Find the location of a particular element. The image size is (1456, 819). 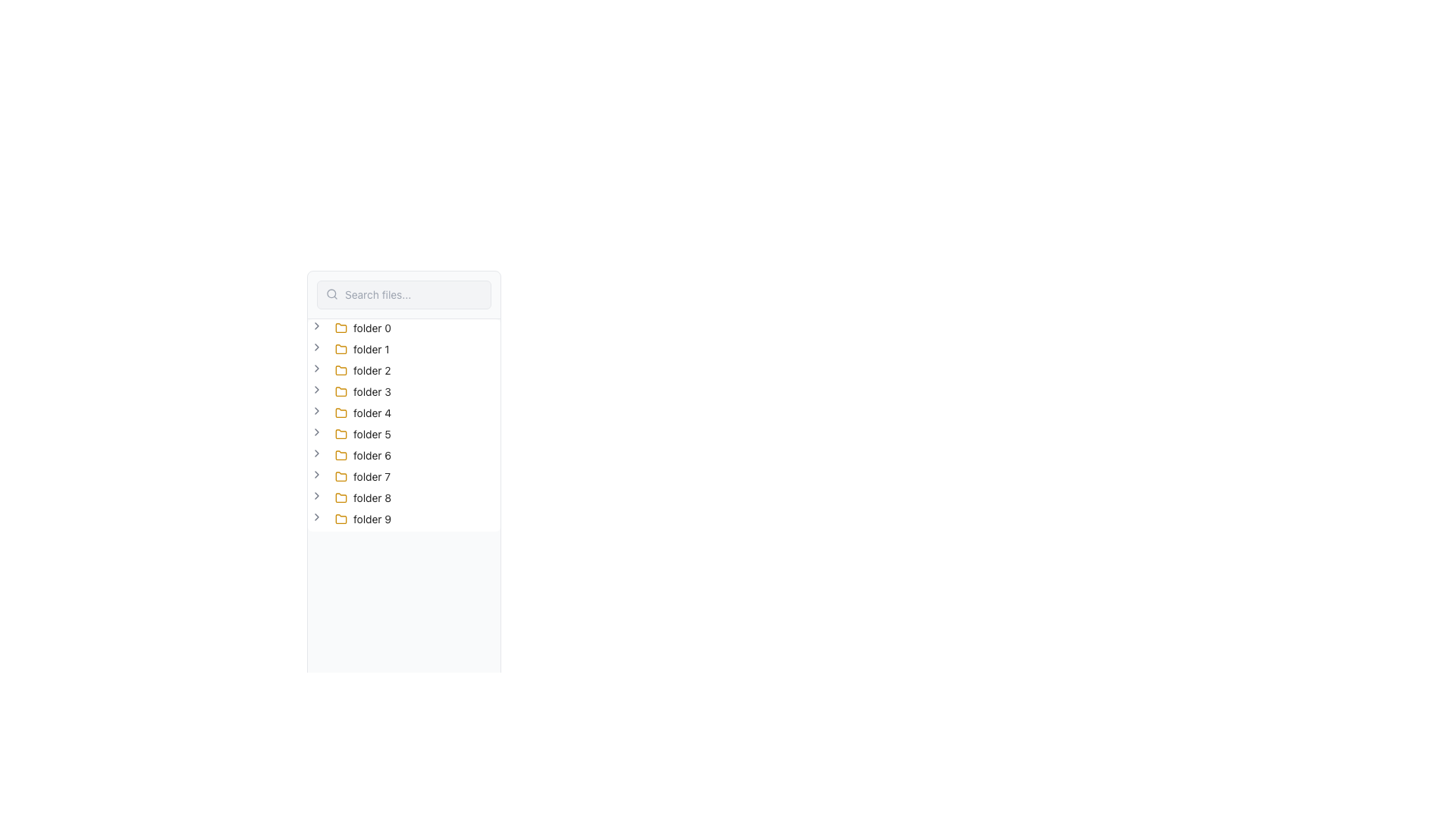

the folder node in the file navigation tree is located at coordinates (351, 475).